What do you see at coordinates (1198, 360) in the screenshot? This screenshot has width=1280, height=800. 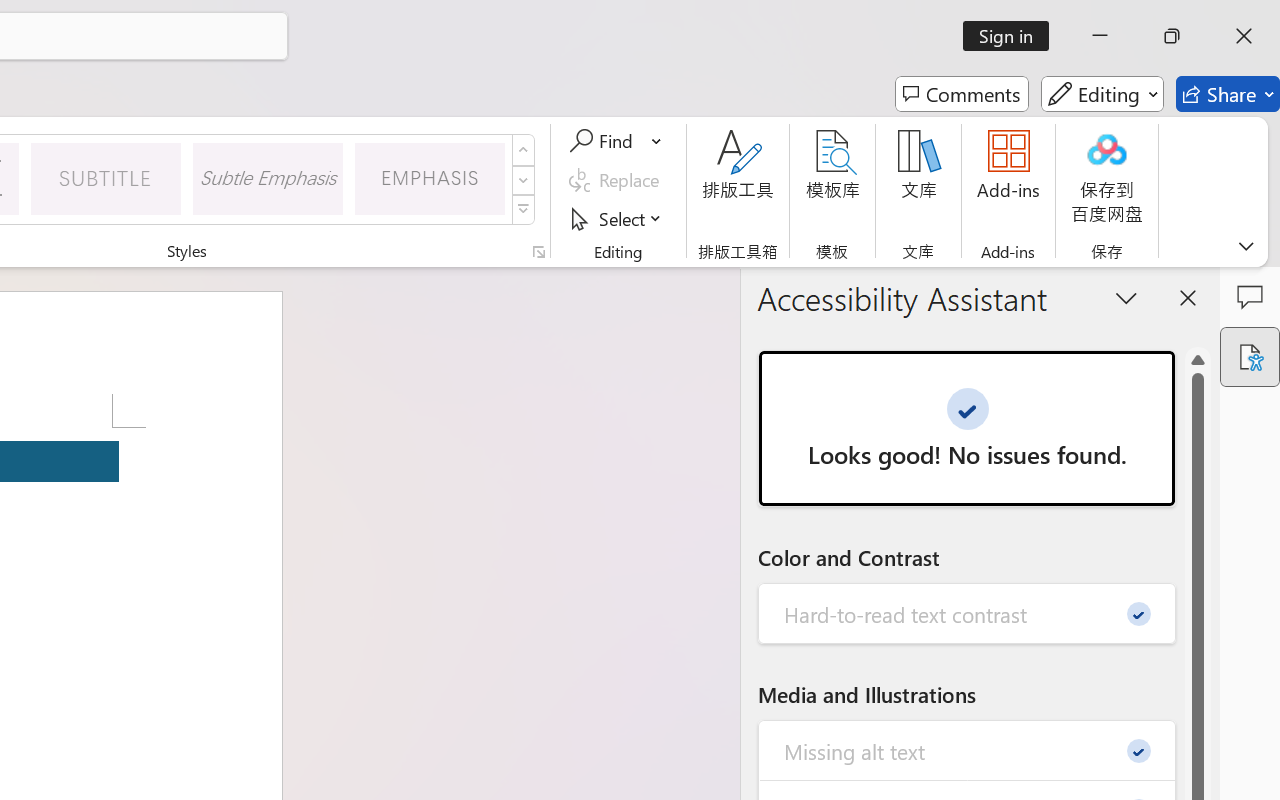 I see `'Line up'` at bounding box center [1198, 360].